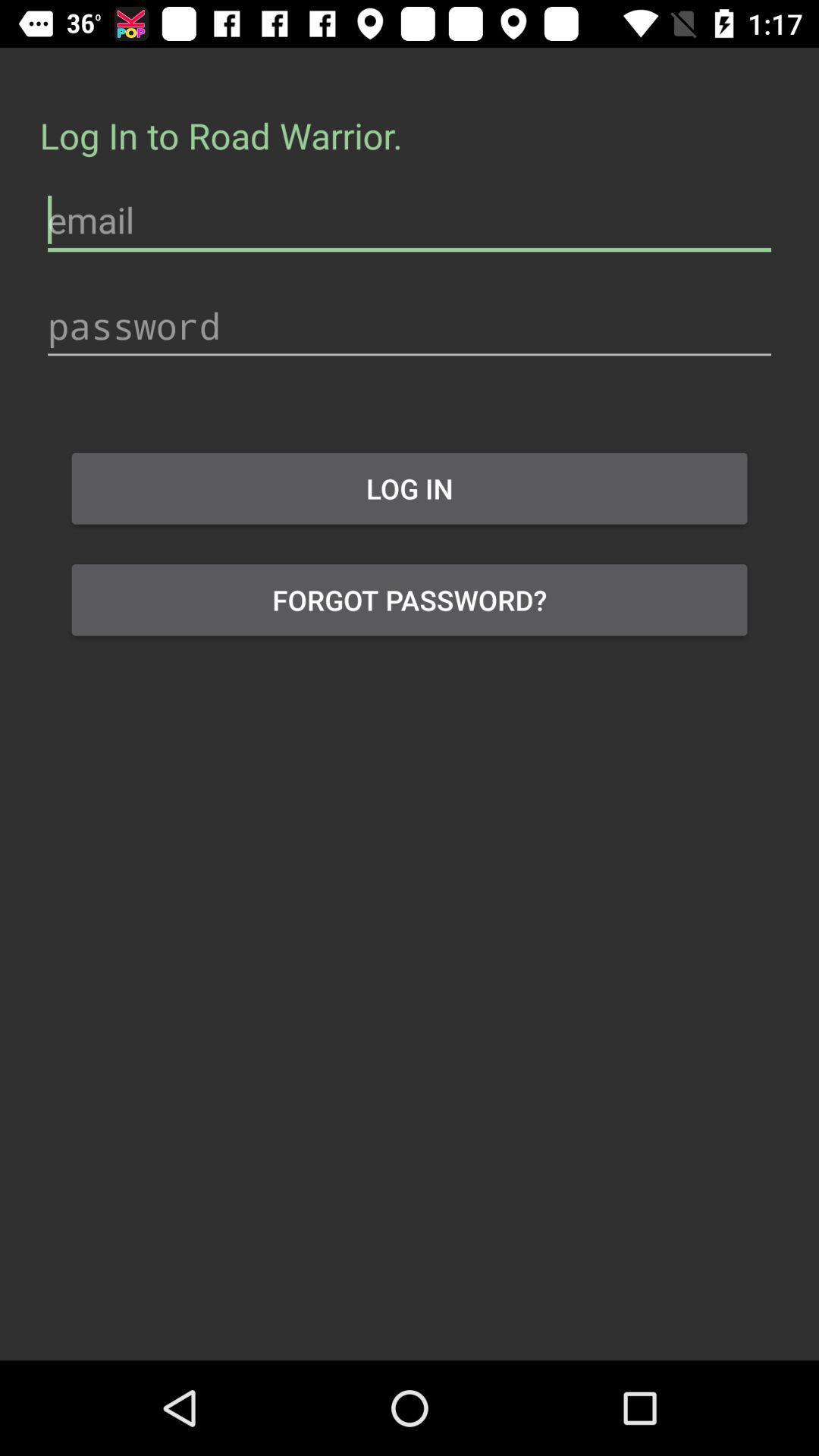 The image size is (819, 1456). I want to click on the forgot password? icon, so click(409, 599).